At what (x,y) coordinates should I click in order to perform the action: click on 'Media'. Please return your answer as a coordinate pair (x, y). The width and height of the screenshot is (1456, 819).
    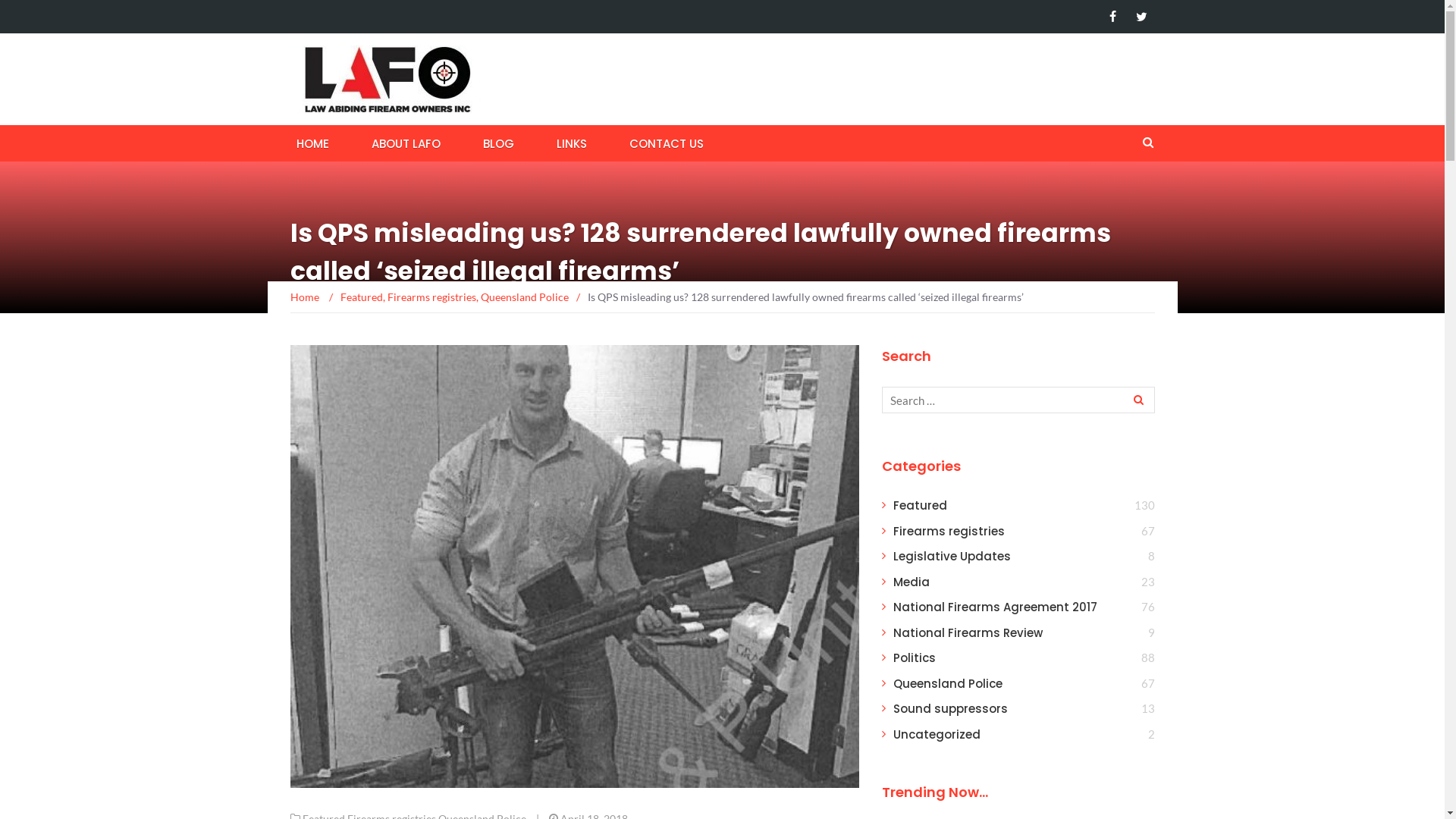
    Looking at the image, I should click on (910, 581).